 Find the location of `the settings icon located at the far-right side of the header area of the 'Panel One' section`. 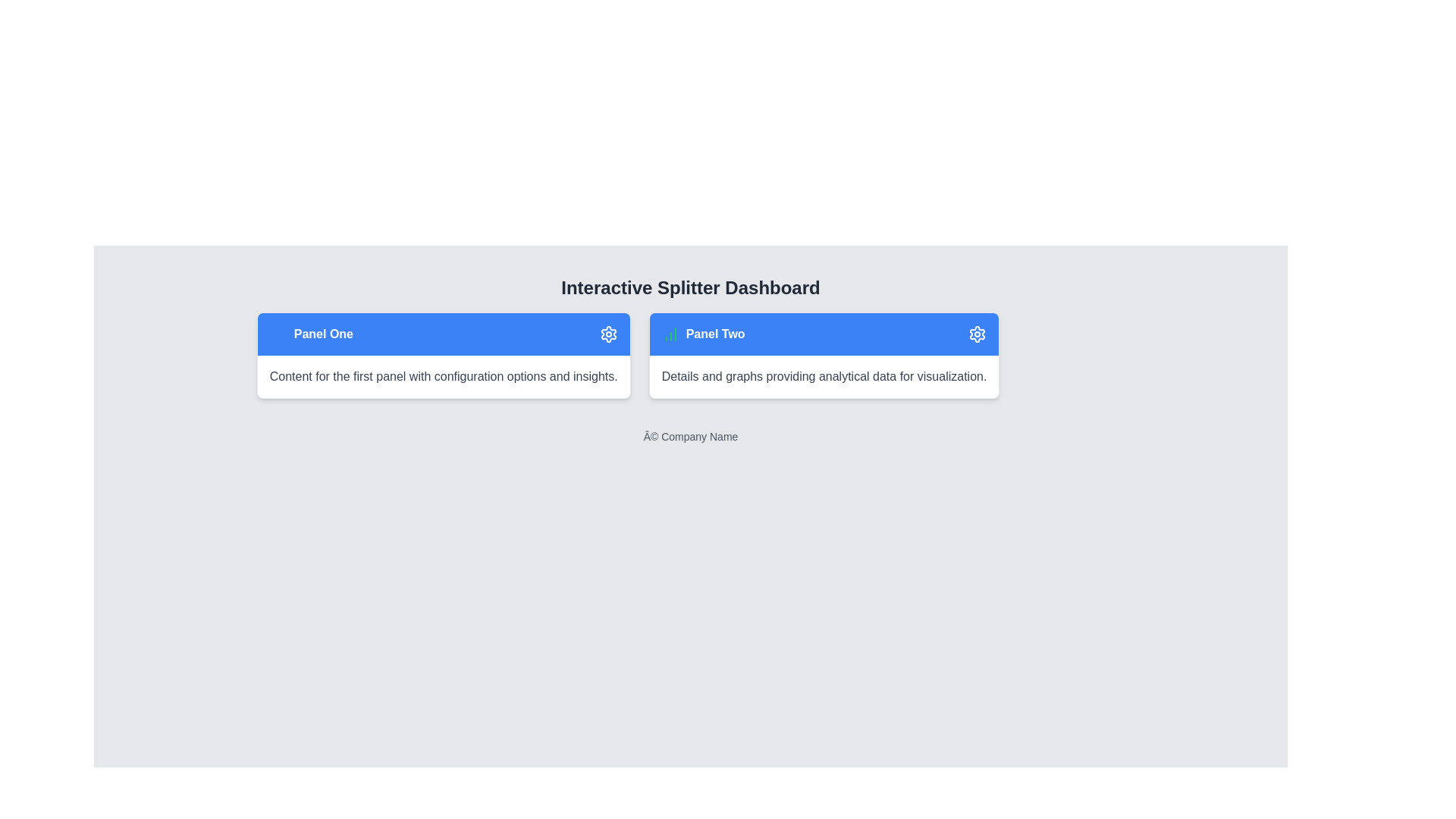

the settings icon located at the far-right side of the header area of the 'Panel One' section is located at coordinates (608, 333).